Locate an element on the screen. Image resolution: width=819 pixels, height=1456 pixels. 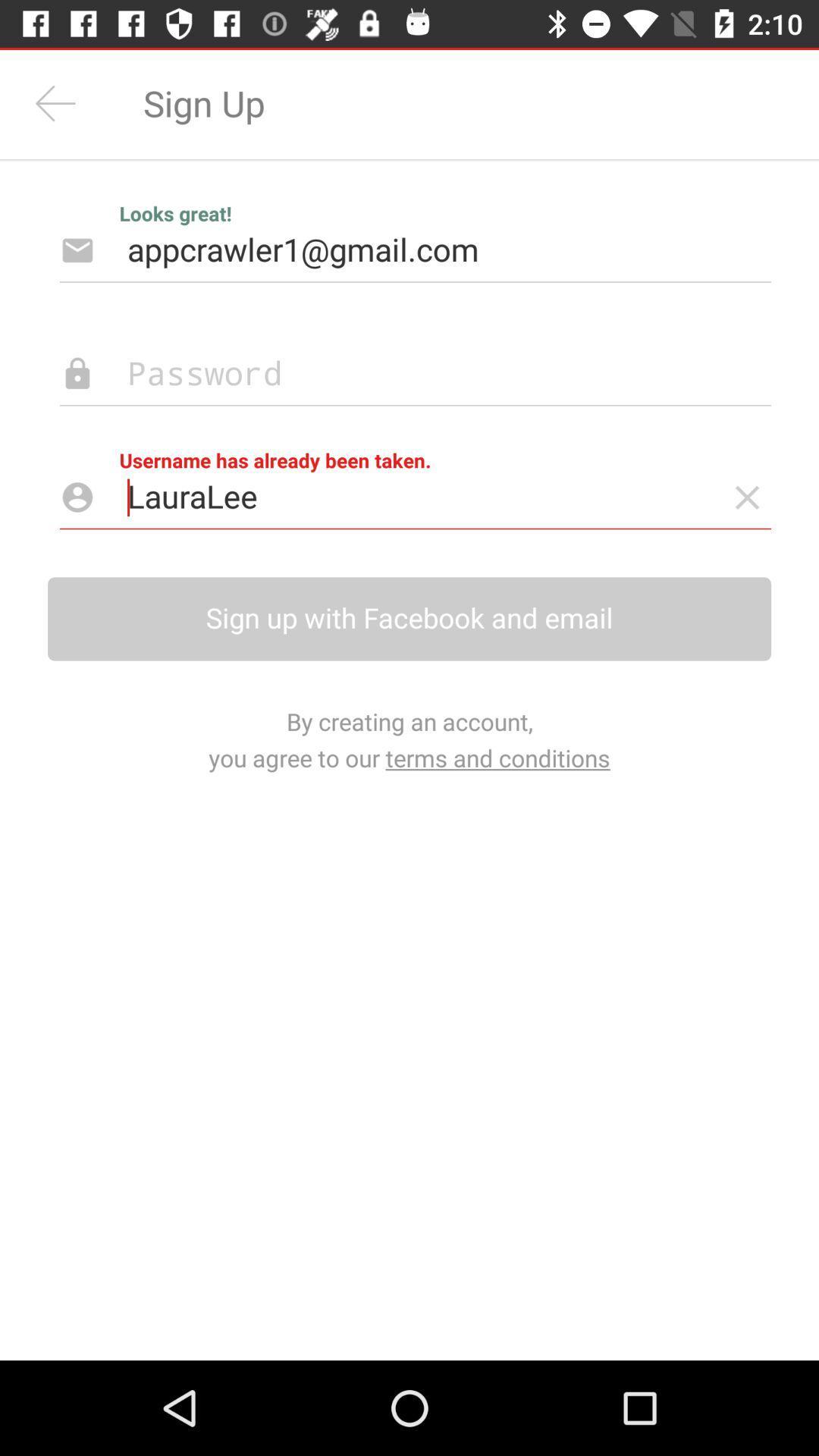
button is located at coordinates (746, 497).